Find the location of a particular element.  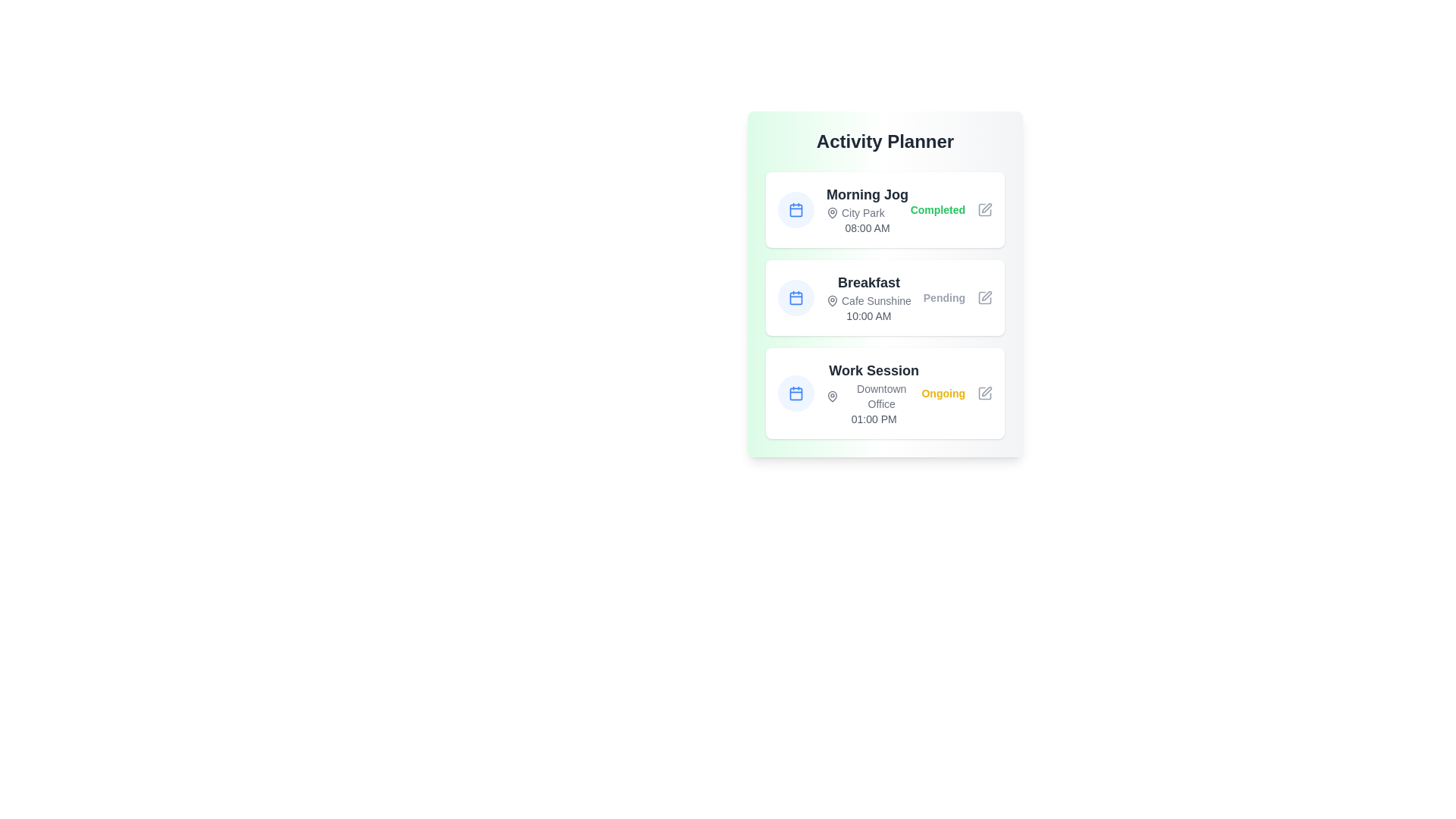

the 'Completed' text label, which indicates the status of the 'Morning Jog' task, positioned to the left of the pencil icon is located at coordinates (937, 210).